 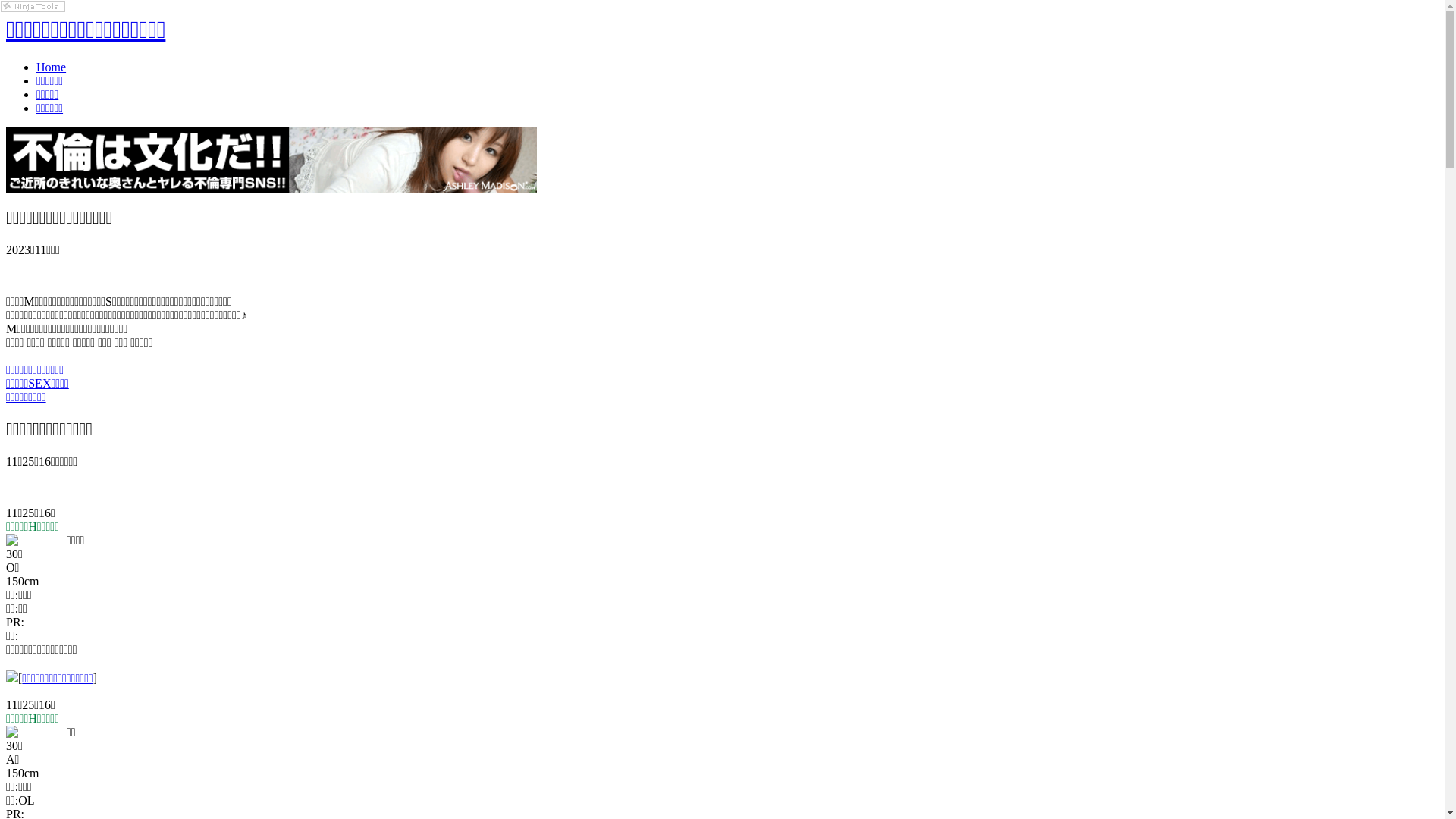 I want to click on 'Home', so click(x=51, y=66).